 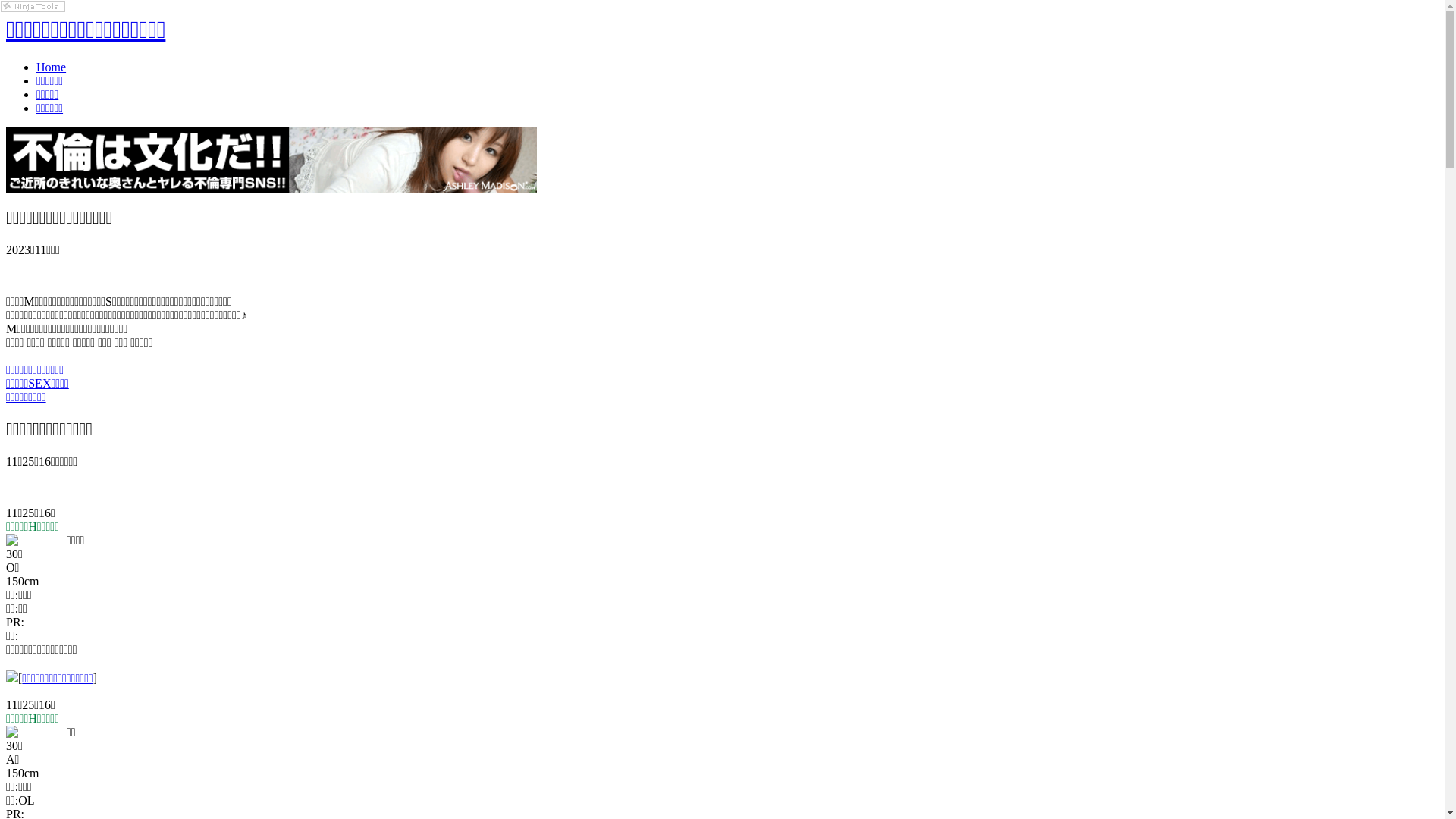 I want to click on 'Home', so click(x=51, y=66).